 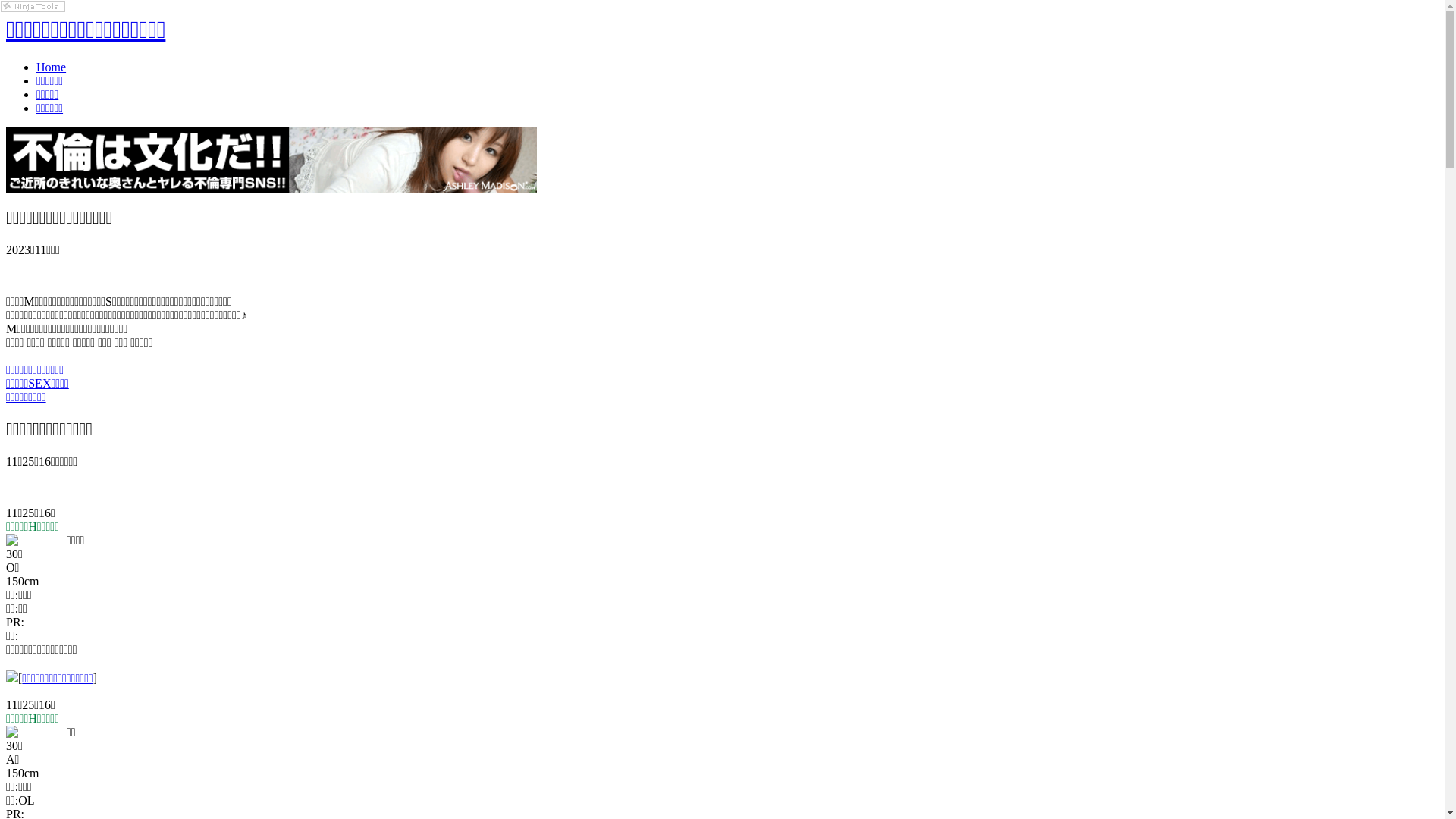 I want to click on 'Home', so click(x=51, y=66).